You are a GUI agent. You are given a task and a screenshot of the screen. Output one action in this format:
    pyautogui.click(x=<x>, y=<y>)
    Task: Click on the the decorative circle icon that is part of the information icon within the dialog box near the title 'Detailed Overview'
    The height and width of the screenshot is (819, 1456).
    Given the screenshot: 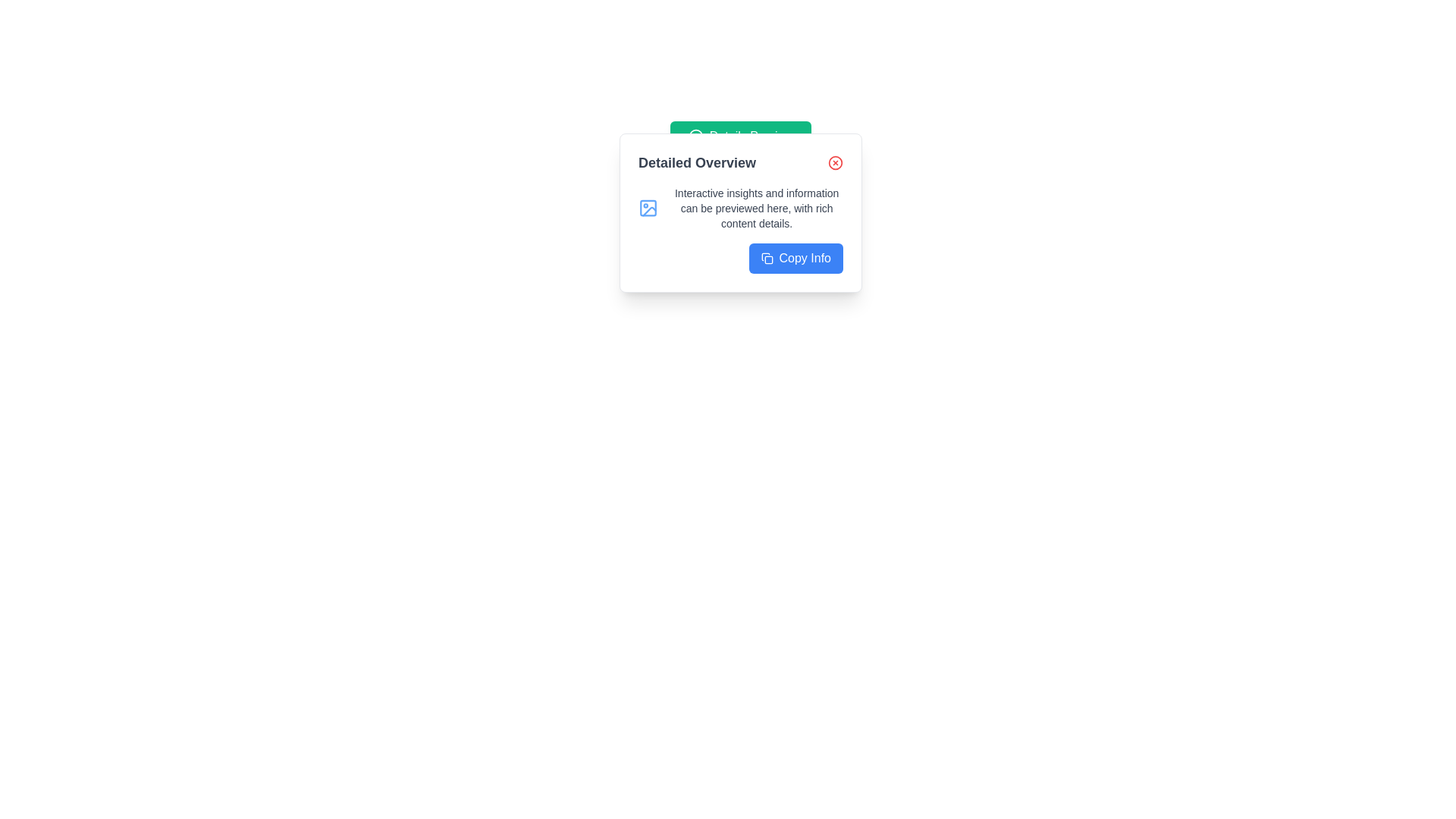 What is the action you would take?
    pyautogui.click(x=695, y=136)
    